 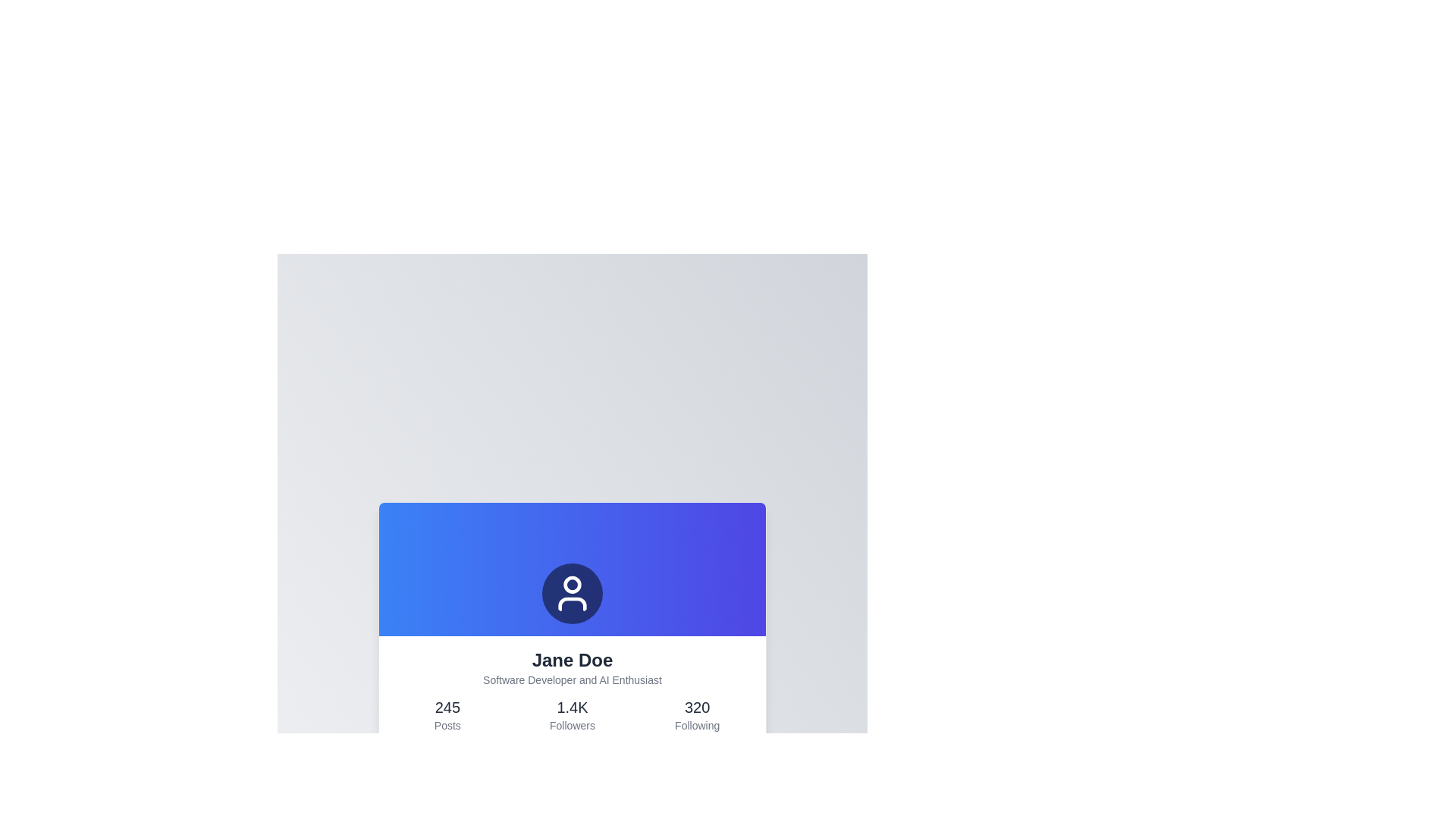 I want to click on the Decorative vector element located near the bottom-center of the layout, which is part of an SVG group and coexists with a rectangle shape, so click(x=701, y=804).